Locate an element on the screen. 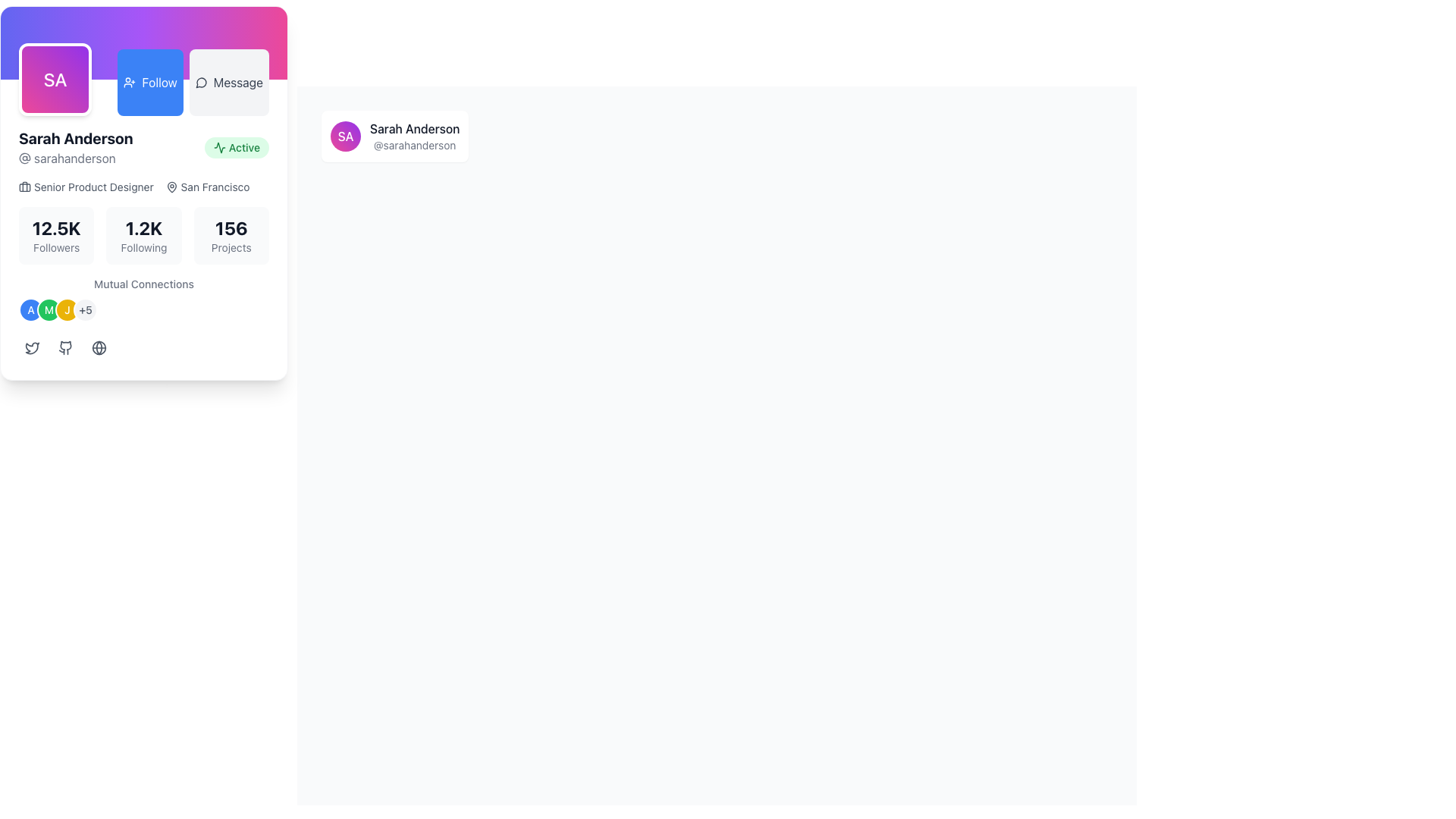 The width and height of the screenshot is (1456, 819). the static text label that displays 'Following' in a small, light gray font, located beneath the numeric display '1.2K' in the statistics display is located at coordinates (144, 247).